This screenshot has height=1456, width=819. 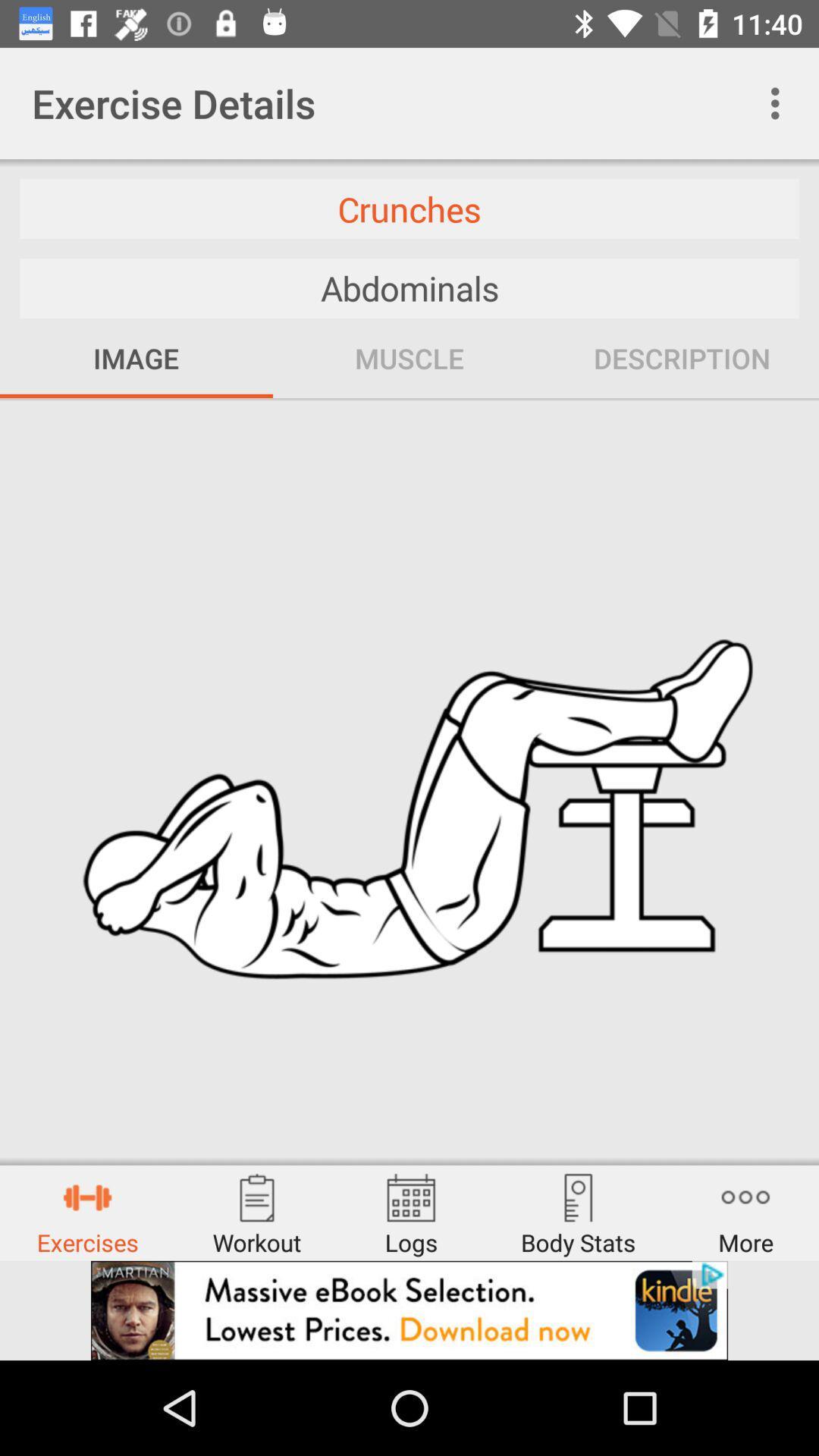 I want to click on advertisement, so click(x=409, y=1310).